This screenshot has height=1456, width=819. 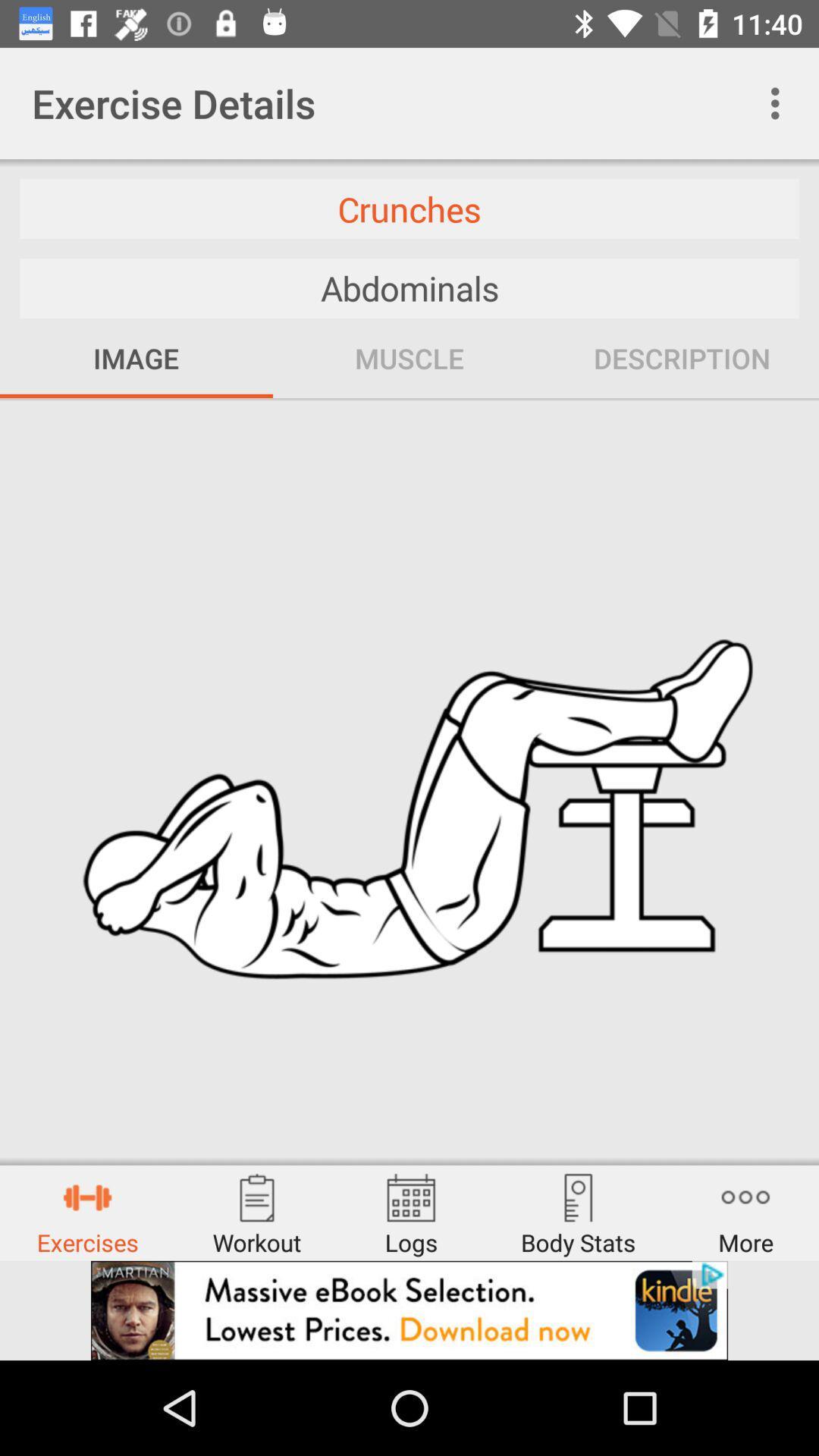 I want to click on advertisement, so click(x=409, y=1310).